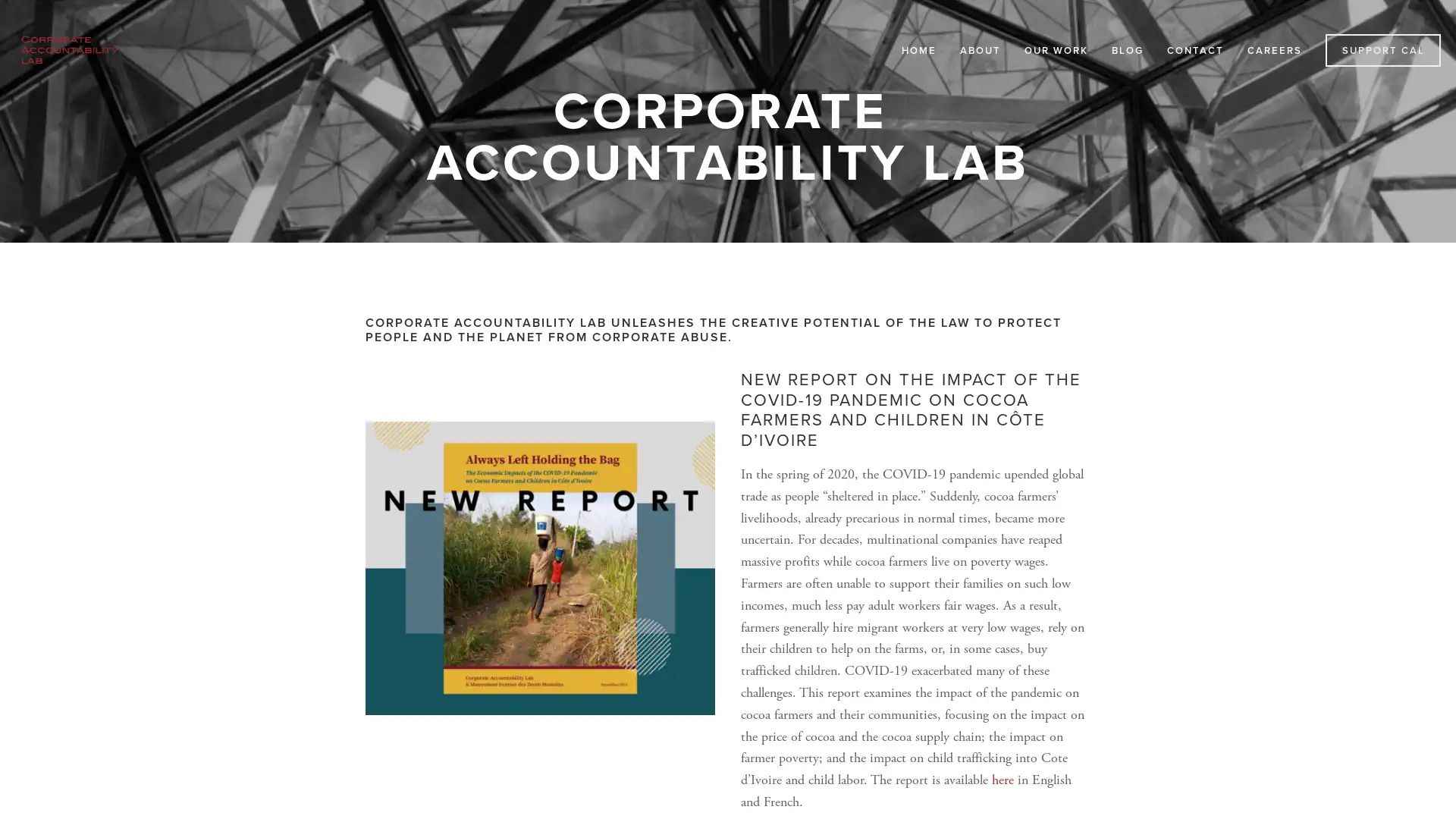 This screenshot has width=1456, height=819. Describe the element at coordinates (856, 399) in the screenshot. I see `Subscribe` at that location.